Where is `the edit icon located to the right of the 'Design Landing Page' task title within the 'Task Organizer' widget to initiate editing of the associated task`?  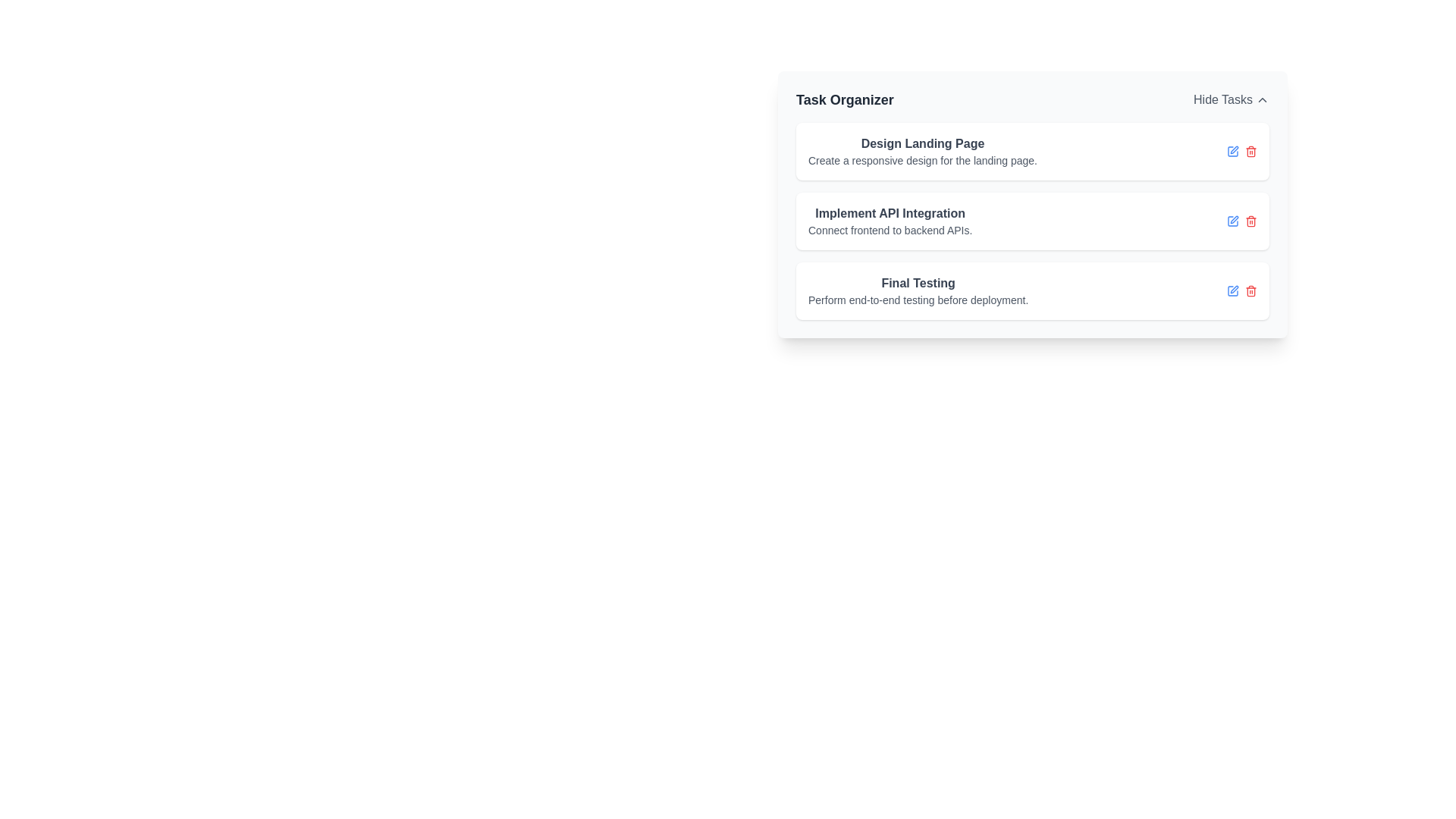 the edit icon located to the right of the 'Design Landing Page' task title within the 'Task Organizer' widget to initiate editing of the associated task is located at coordinates (1234, 149).